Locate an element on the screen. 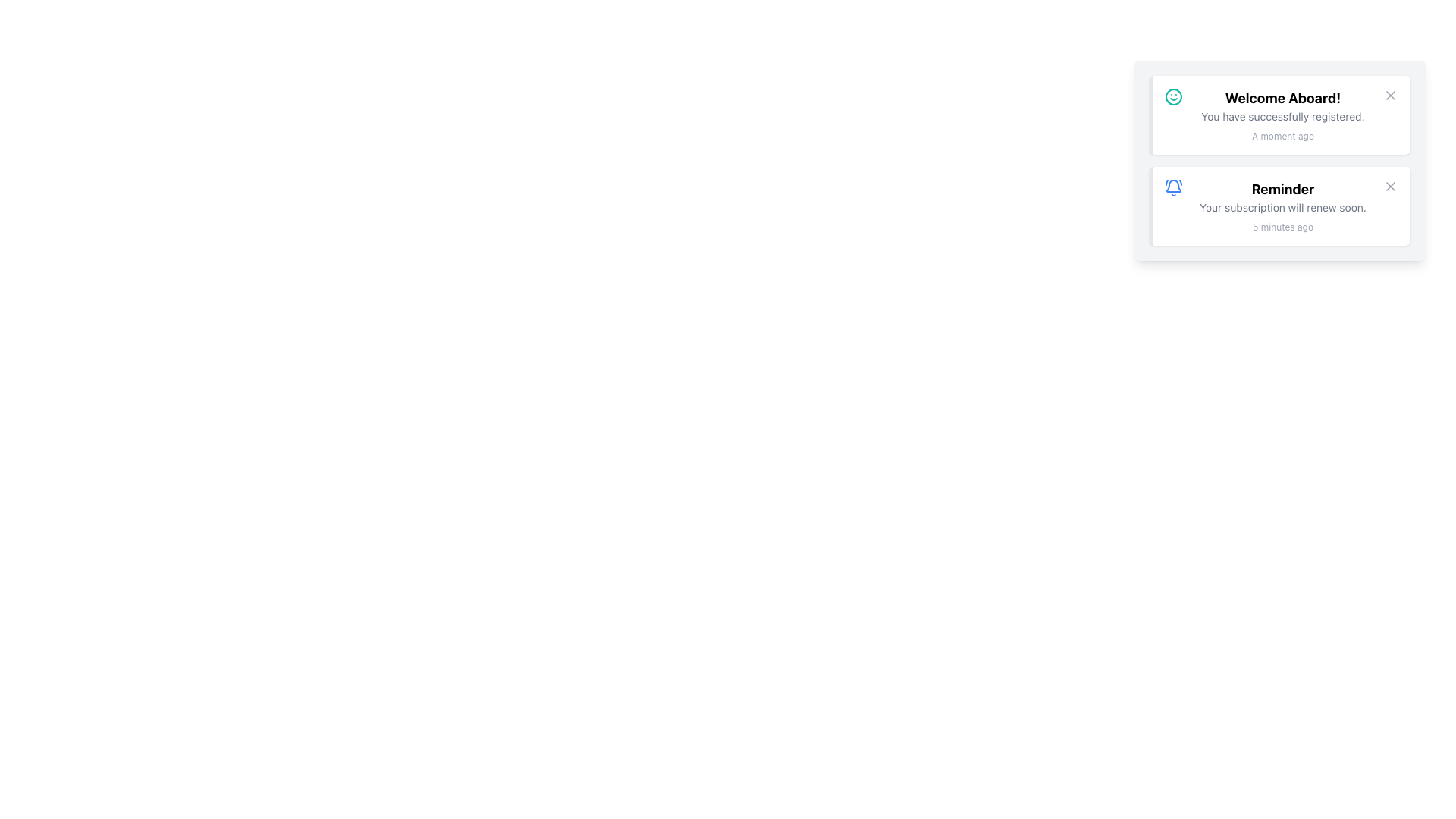  the blue bell icon with ringing lines on its sides located on the left side of the 'Reminder' notification panel is located at coordinates (1173, 187).